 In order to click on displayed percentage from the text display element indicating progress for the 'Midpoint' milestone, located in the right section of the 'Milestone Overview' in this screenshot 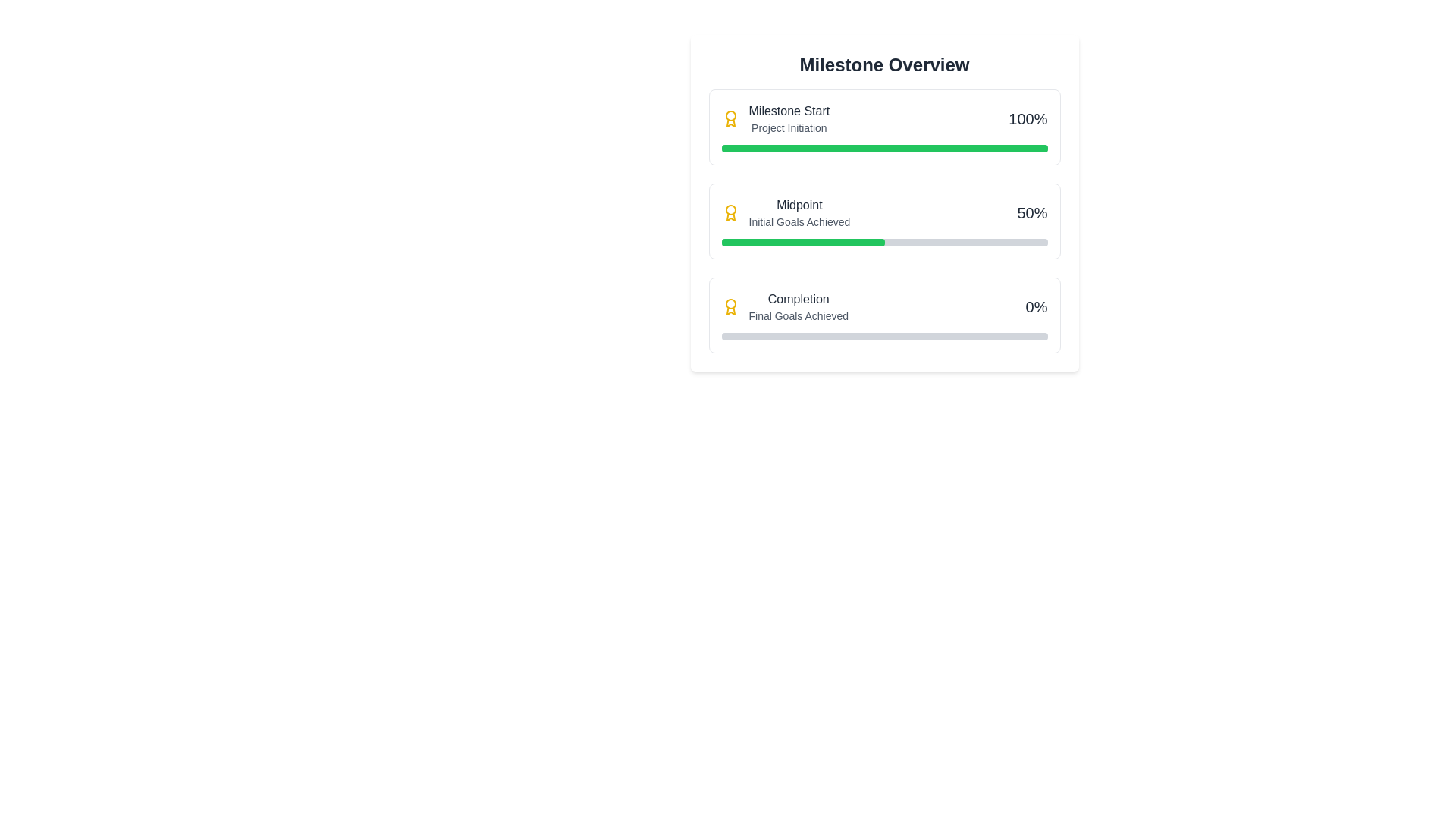, I will do `click(1031, 213)`.